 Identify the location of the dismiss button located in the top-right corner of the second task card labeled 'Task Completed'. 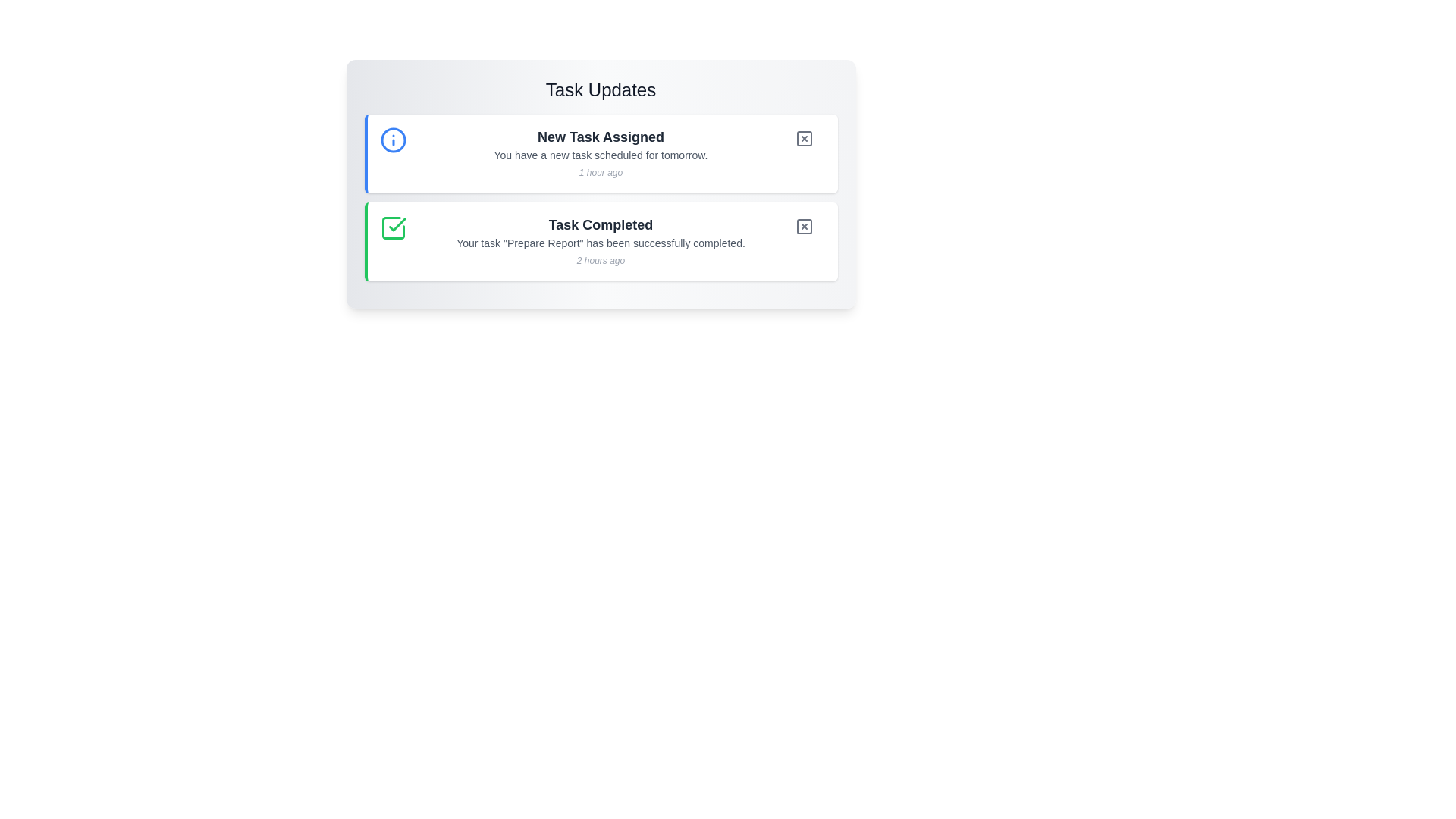
(803, 227).